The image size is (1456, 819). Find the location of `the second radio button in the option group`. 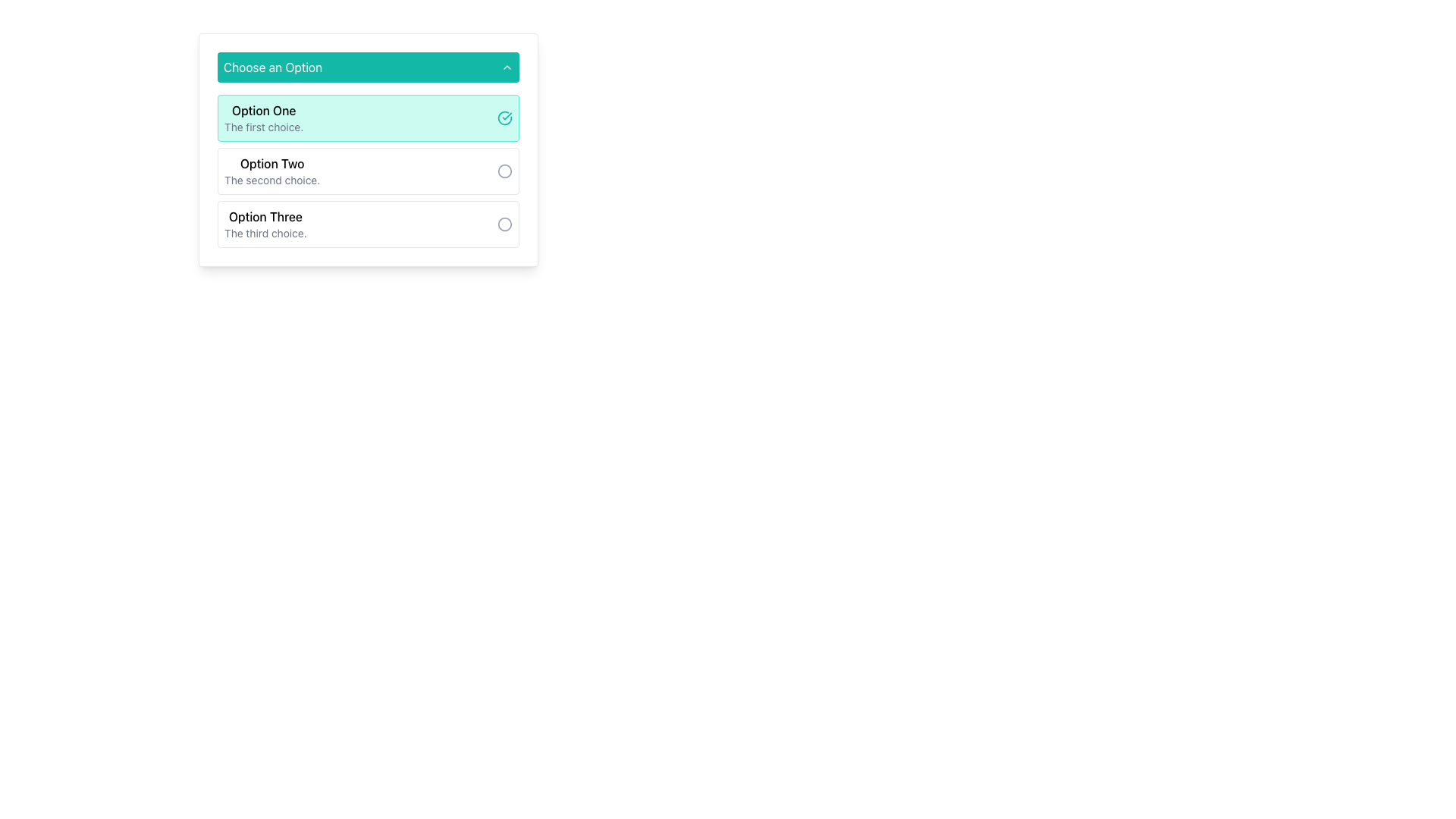

the second radio button in the option group is located at coordinates (368, 171).